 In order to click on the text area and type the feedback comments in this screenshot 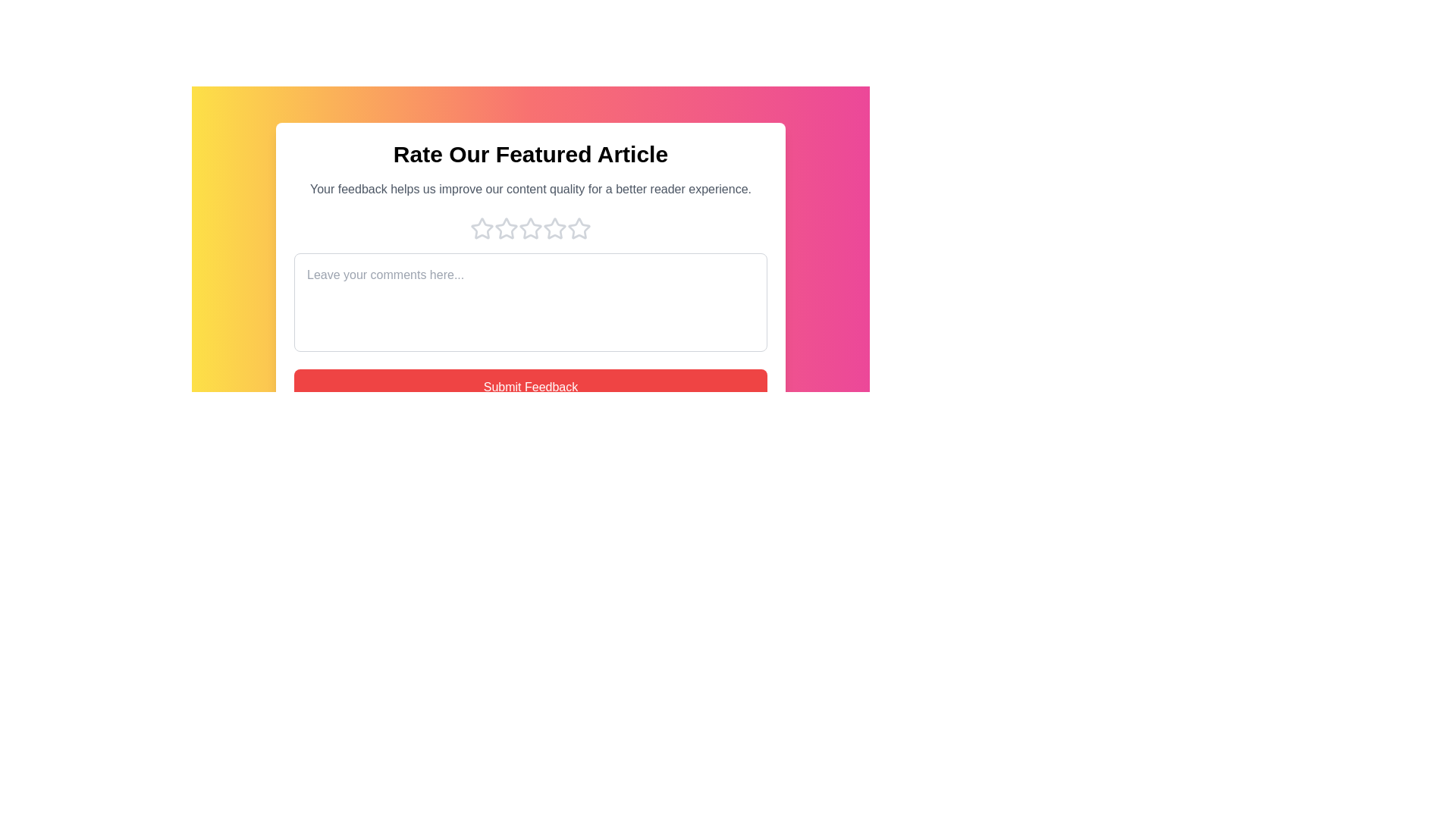, I will do `click(531, 302)`.